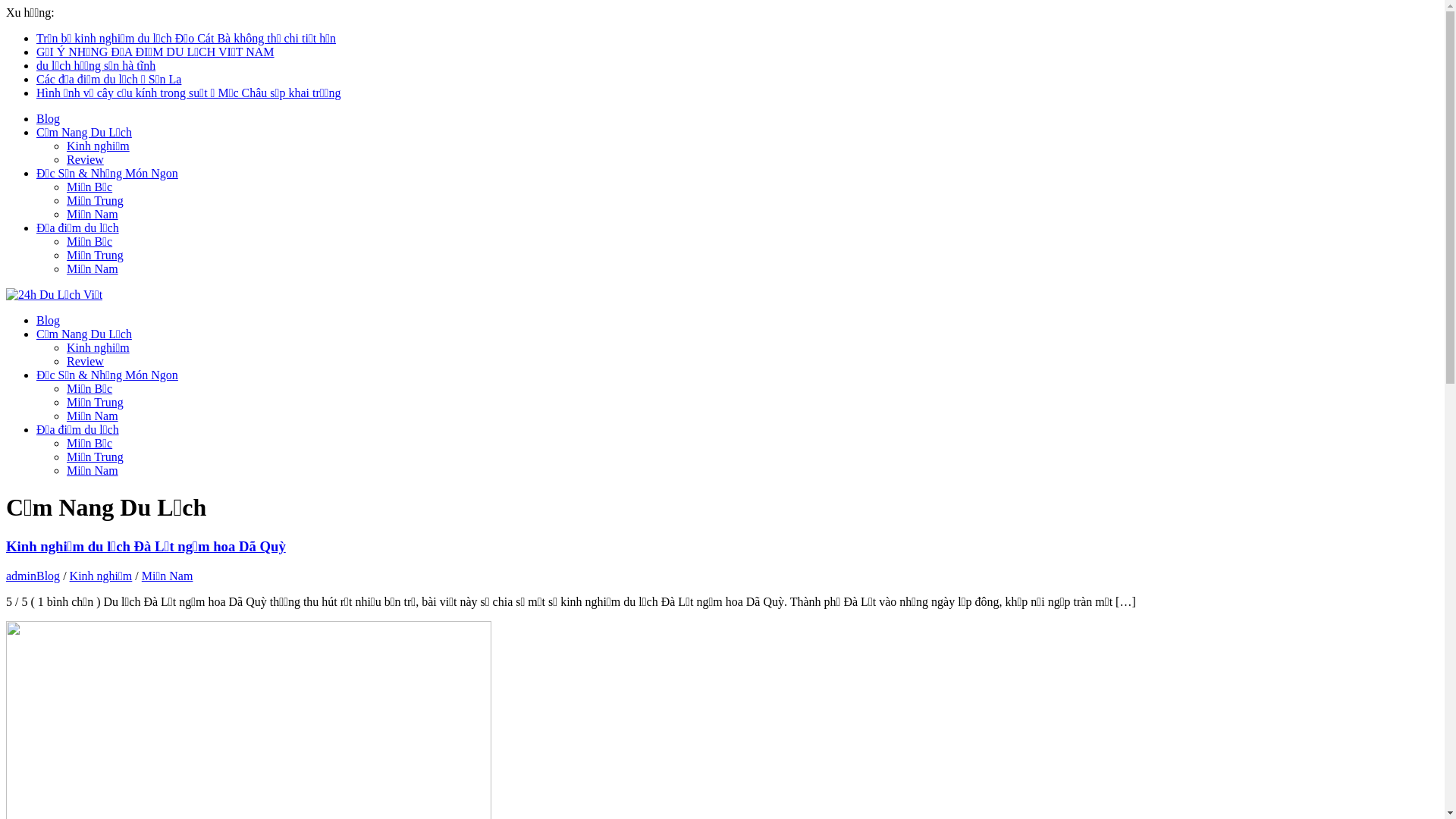  Describe the element at coordinates (84, 361) in the screenshot. I see `'Review'` at that location.